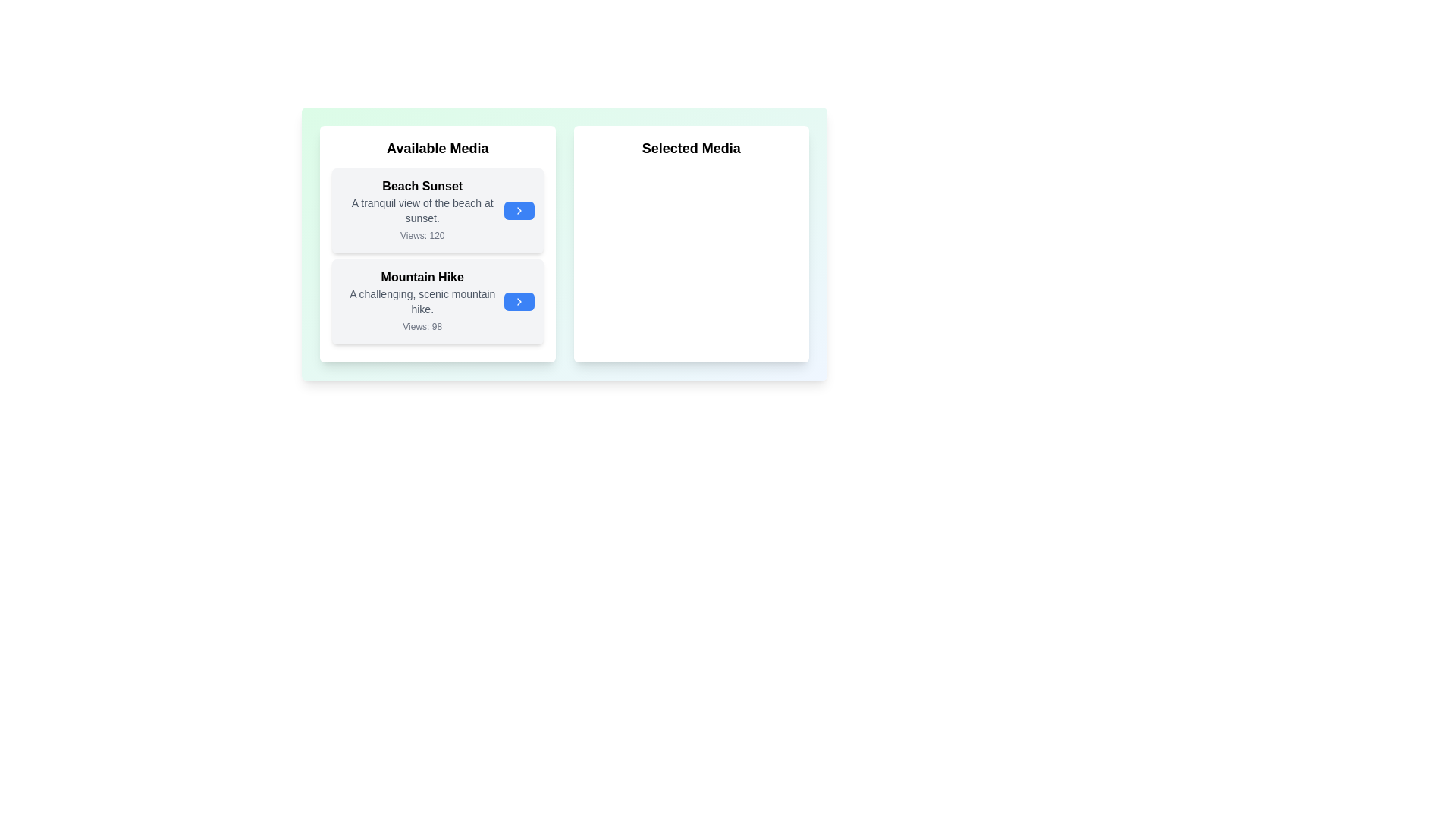 This screenshot has height=819, width=1456. Describe the element at coordinates (519, 210) in the screenshot. I see `transfer button for the media item 'Beach Sunset' in the 'Available Media' list` at that location.